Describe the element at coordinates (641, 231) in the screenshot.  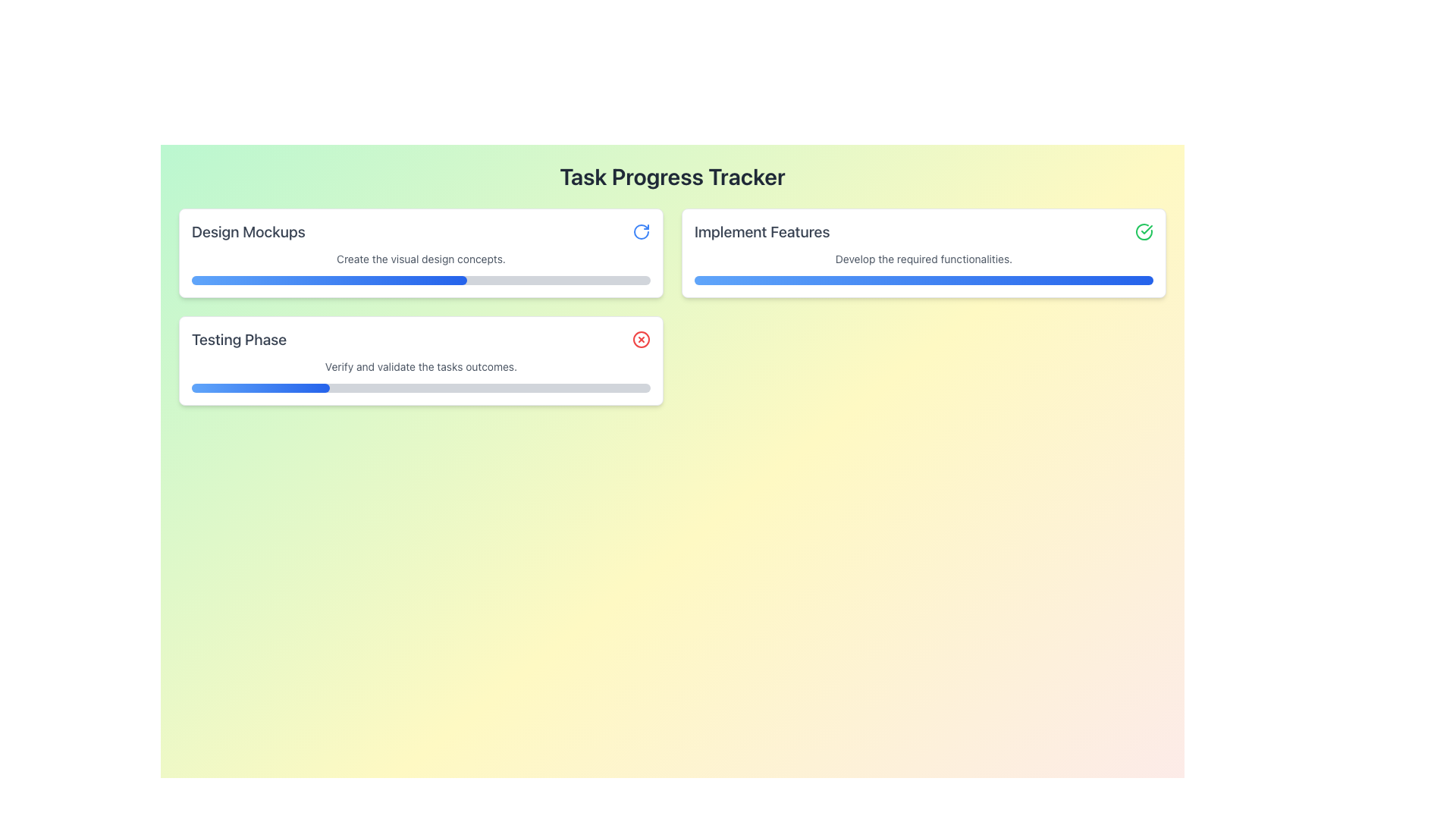
I see `the refresh icon located on the right side of the 'Design Mockups' header to initiate a refresh action` at that location.